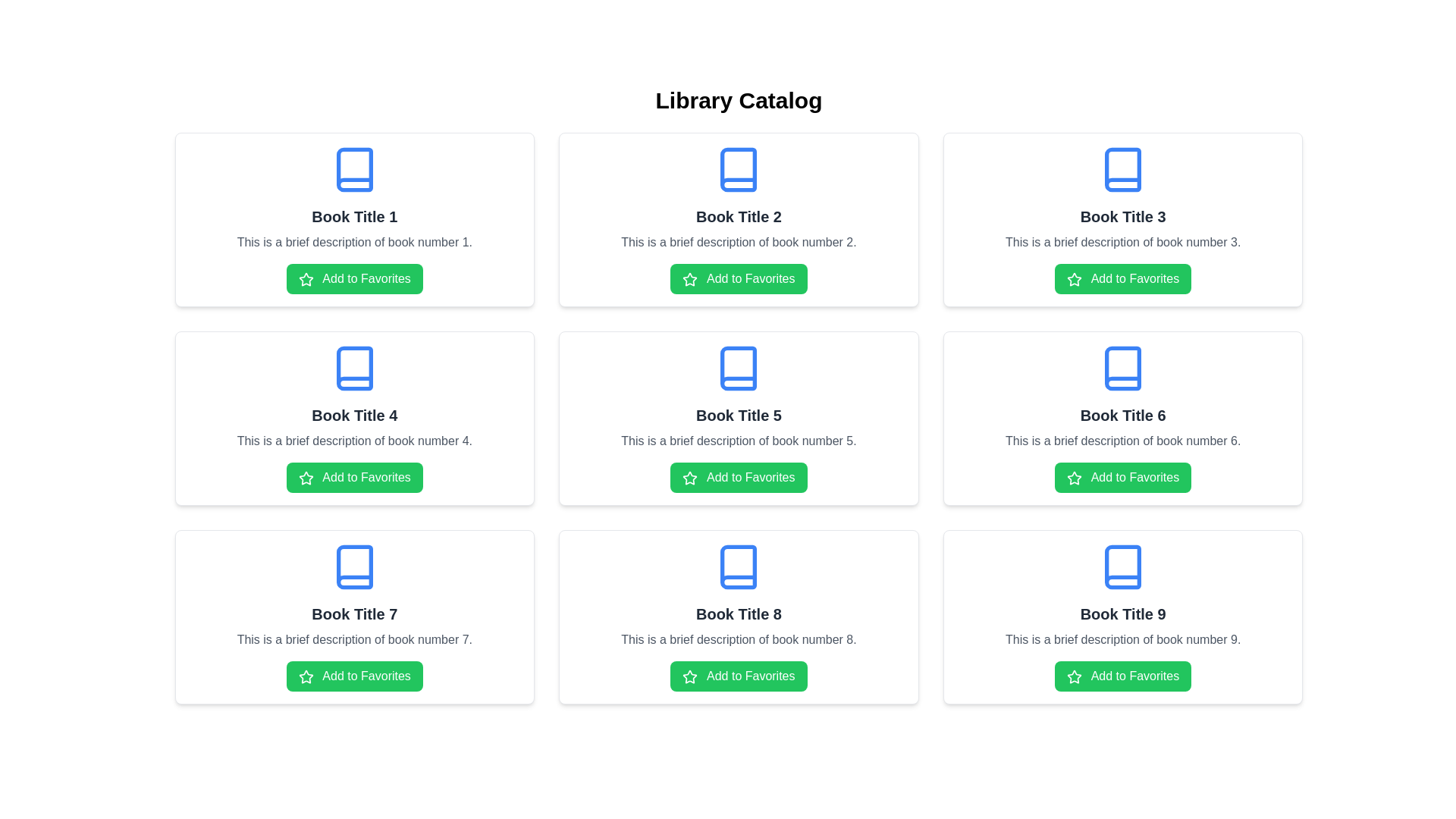 The width and height of the screenshot is (1456, 819). Describe the element at coordinates (353, 242) in the screenshot. I see `supplemental text description located beneath the 'Book Title 1' and above the 'Add to Favorites' button in the first book card` at that location.